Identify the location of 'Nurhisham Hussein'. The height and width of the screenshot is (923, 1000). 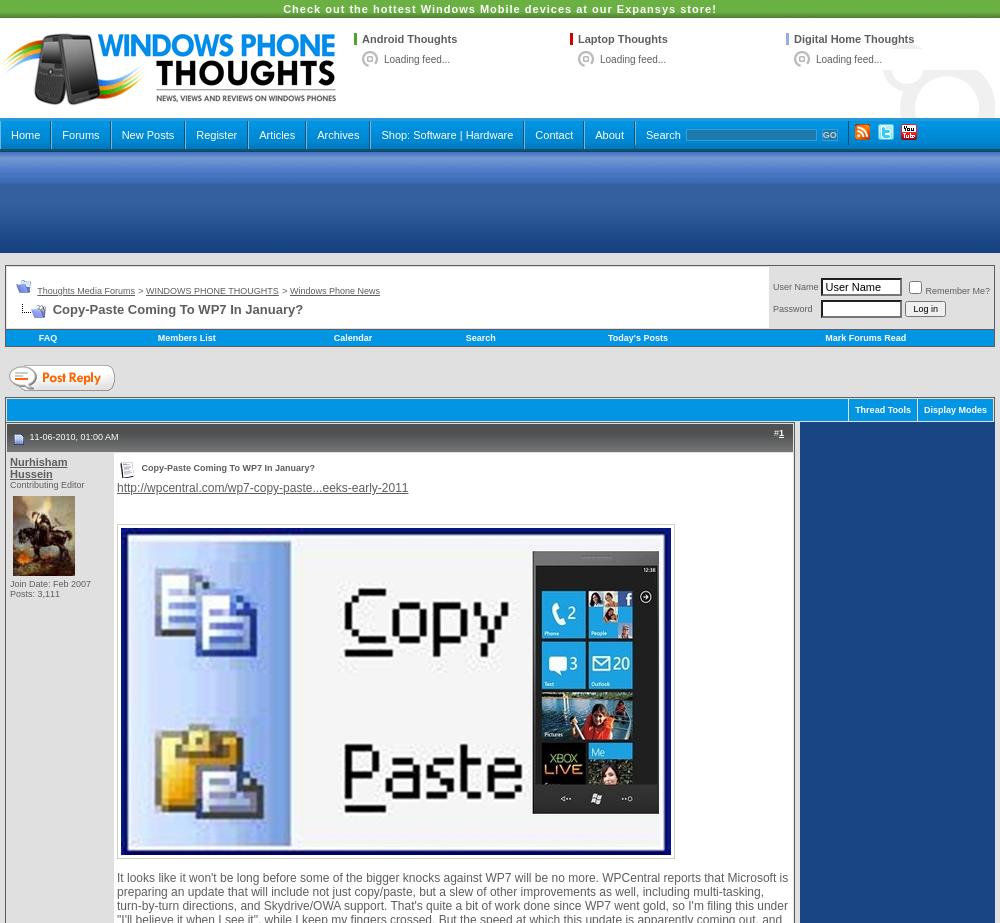
(38, 466).